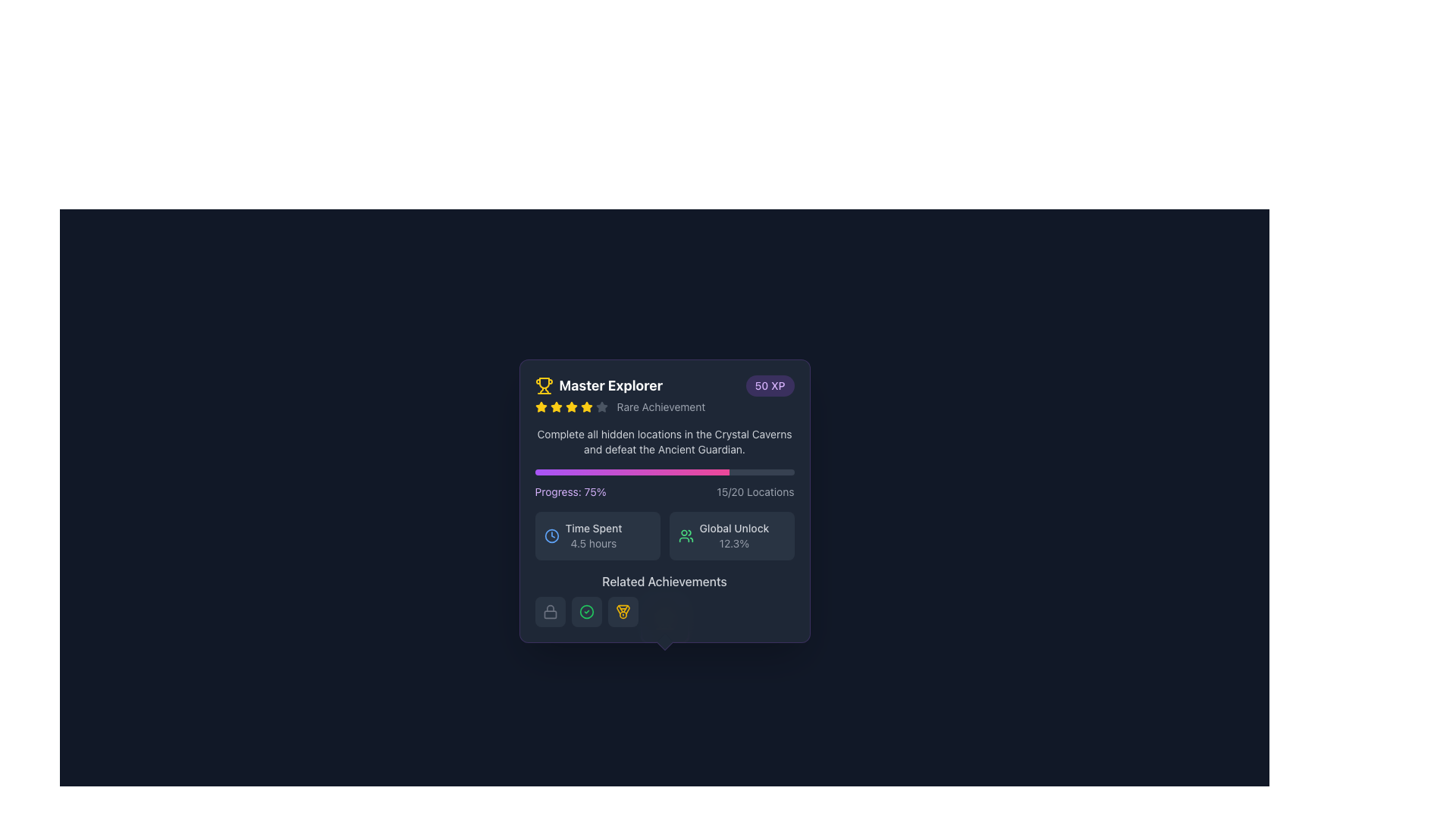 This screenshot has width=1456, height=819. What do you see at coordinates (685, 535) in the screenshot?
I see `the 'Global Unlock' icon located at the bottom right of the card component, which is to the left of the text 'Global Unlock' and shares space with the percentage value '12.3%` at bounding box center [685, 535].